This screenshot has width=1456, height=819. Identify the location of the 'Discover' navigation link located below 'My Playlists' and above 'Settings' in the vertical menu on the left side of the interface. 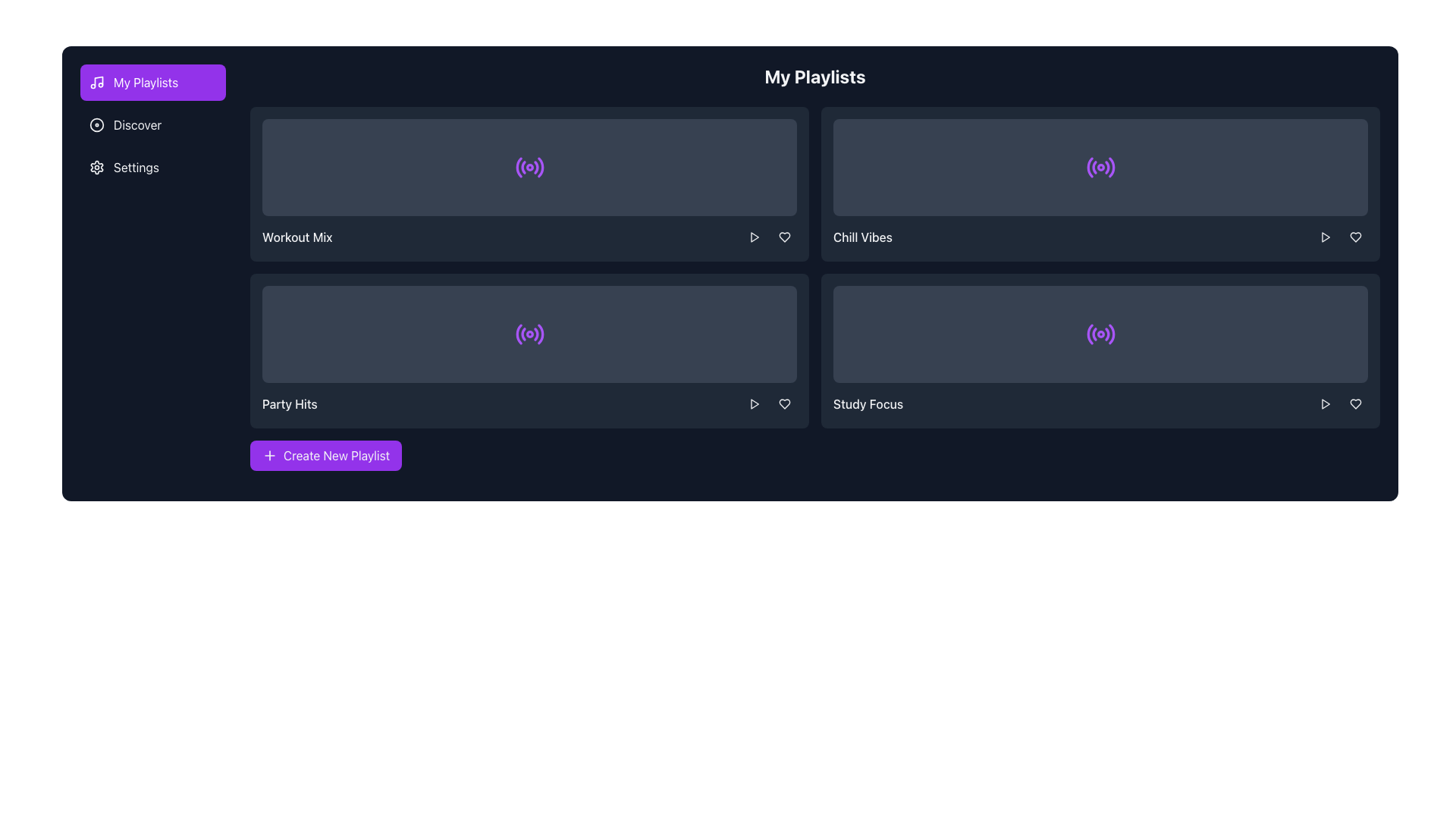
(137, 124).